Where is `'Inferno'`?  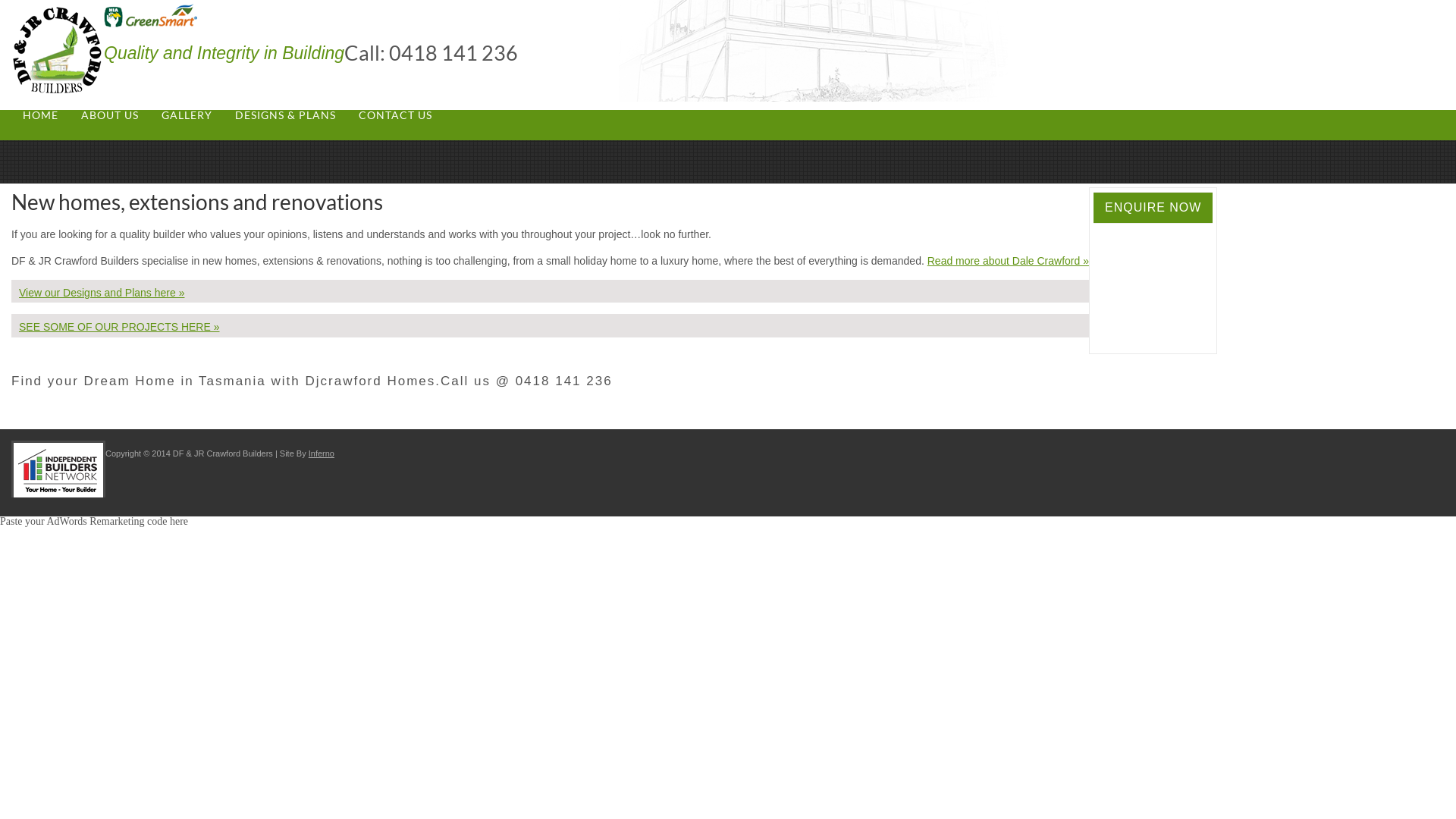 'Inferno' is located at coordinates (320, 452).